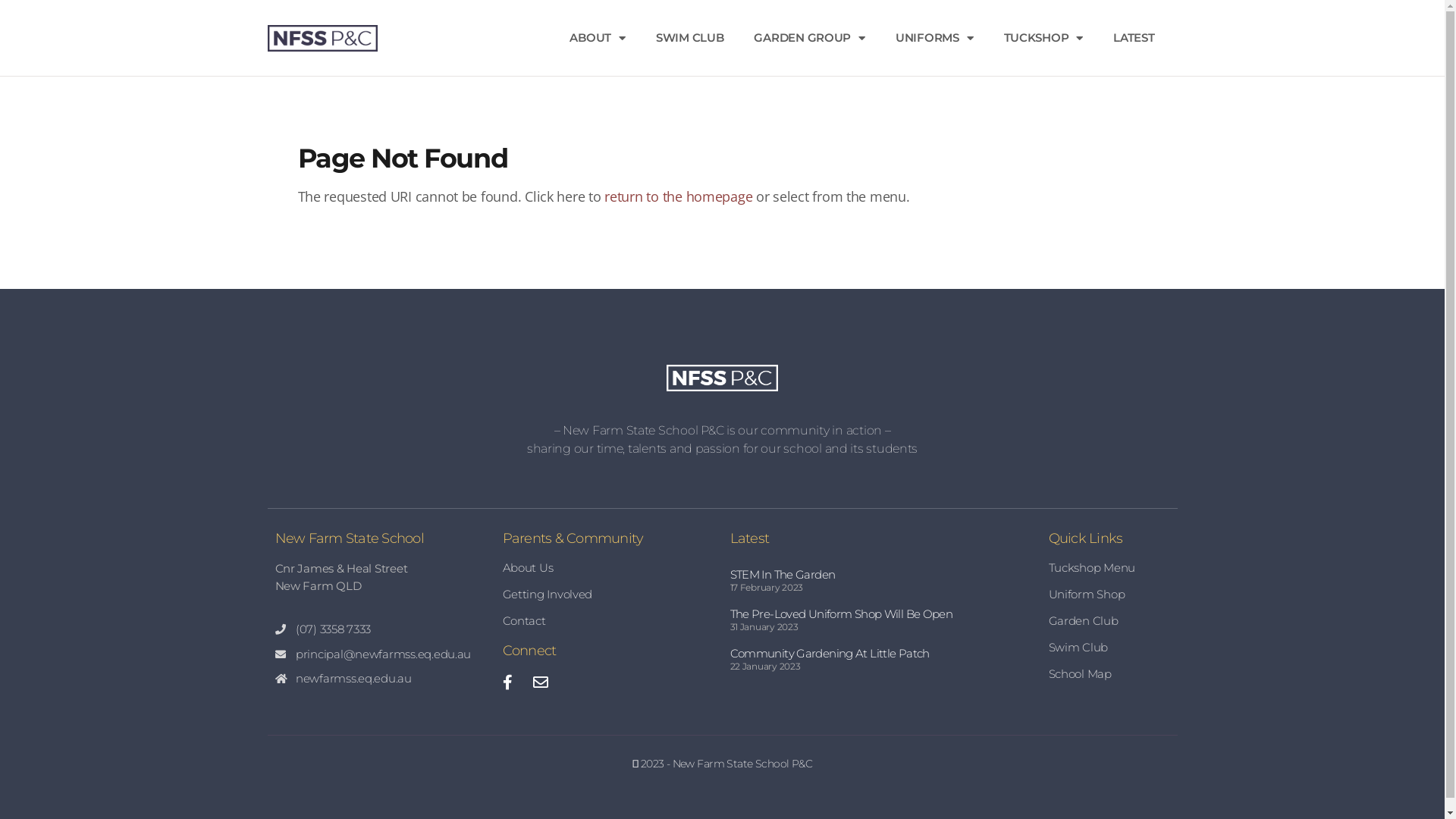 The width and height of the screenshot is (1456, 819). Describe the element at coordinates (607, 593) in the screenshot. I see `'Getting Involved'` at that location.